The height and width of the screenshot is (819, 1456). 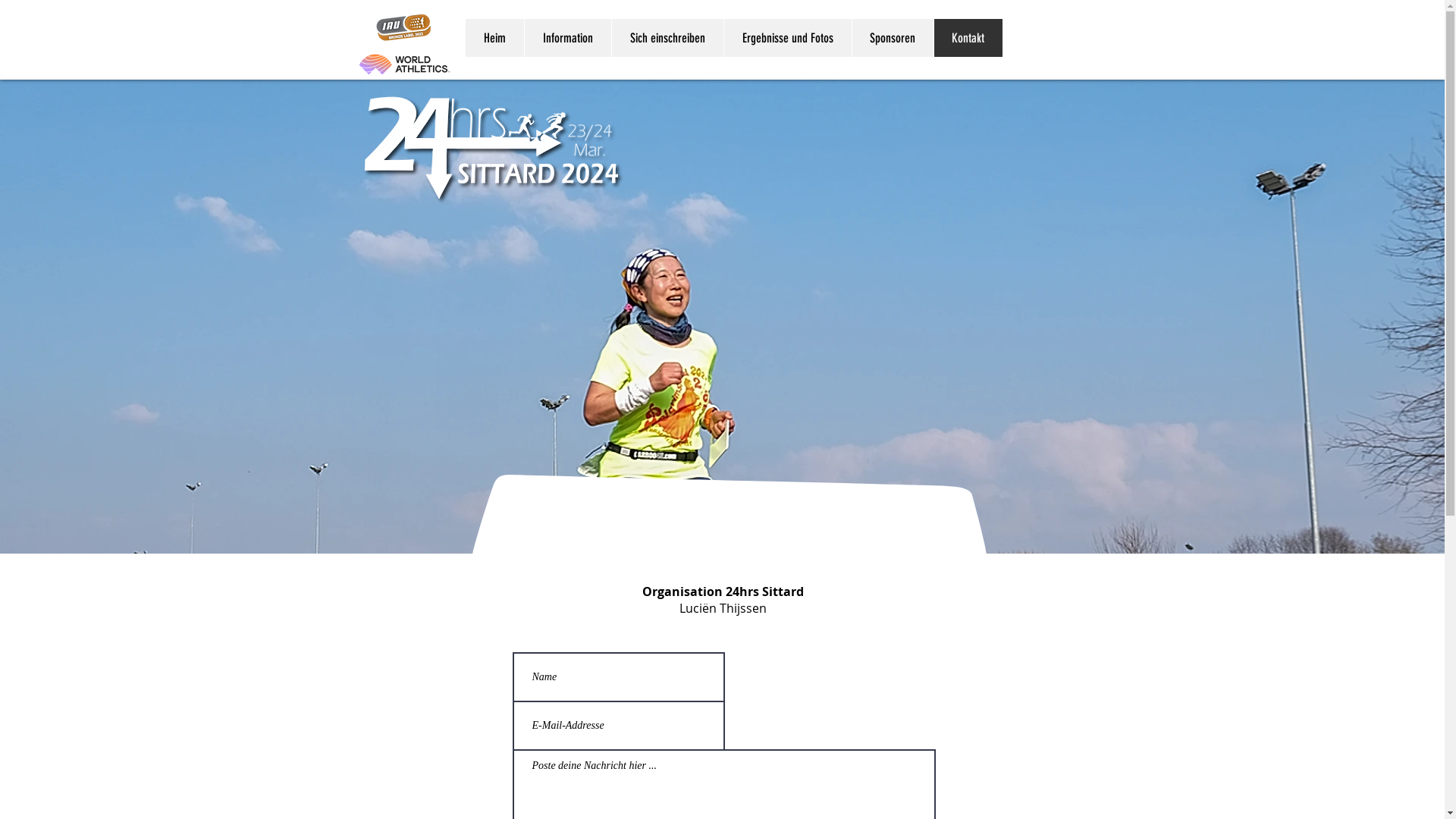 I want to click on 'Sich einschreiben', so click(x=667, y=37).